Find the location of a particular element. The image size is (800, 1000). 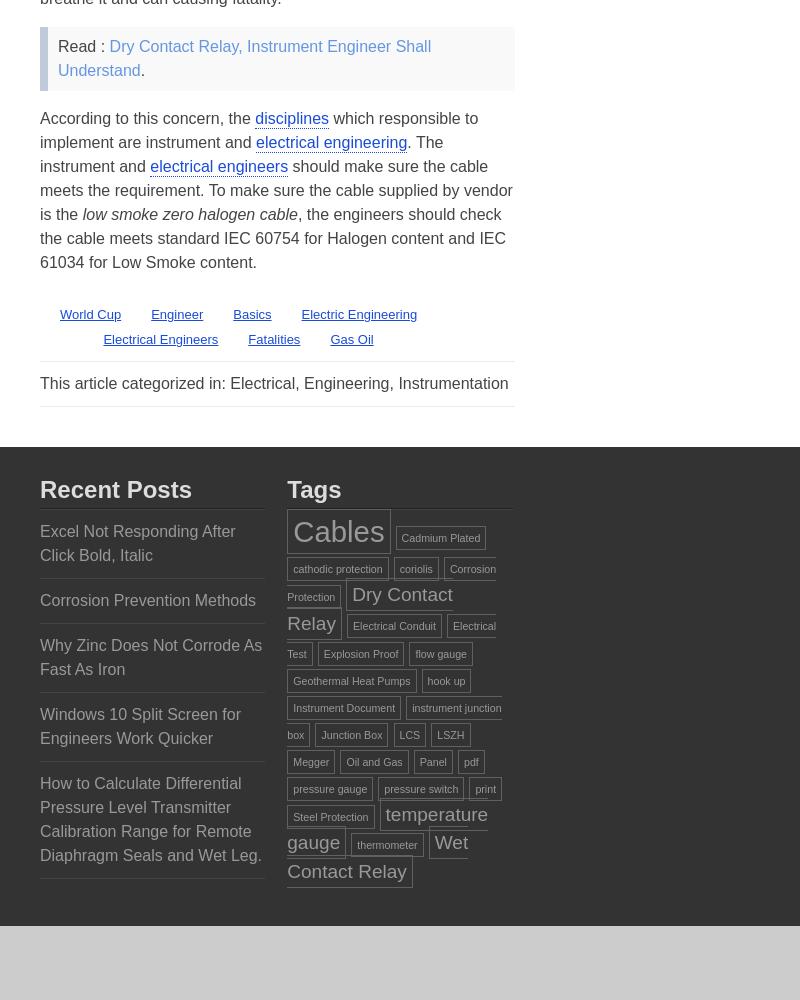

'temperature gauge' is located at coordinates (386, 827).